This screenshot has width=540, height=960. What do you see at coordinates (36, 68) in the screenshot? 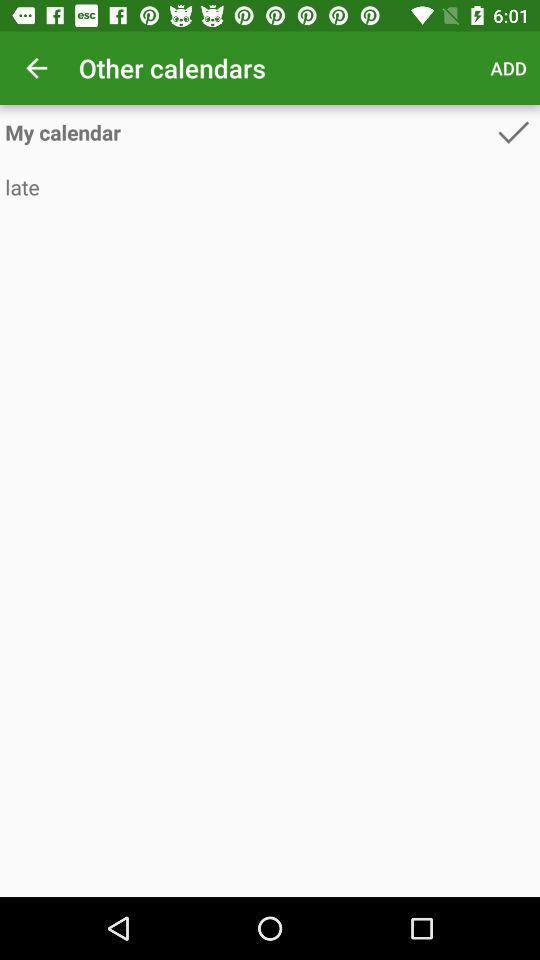
I see `the item above my calendar` at bounding box center [36, 68].